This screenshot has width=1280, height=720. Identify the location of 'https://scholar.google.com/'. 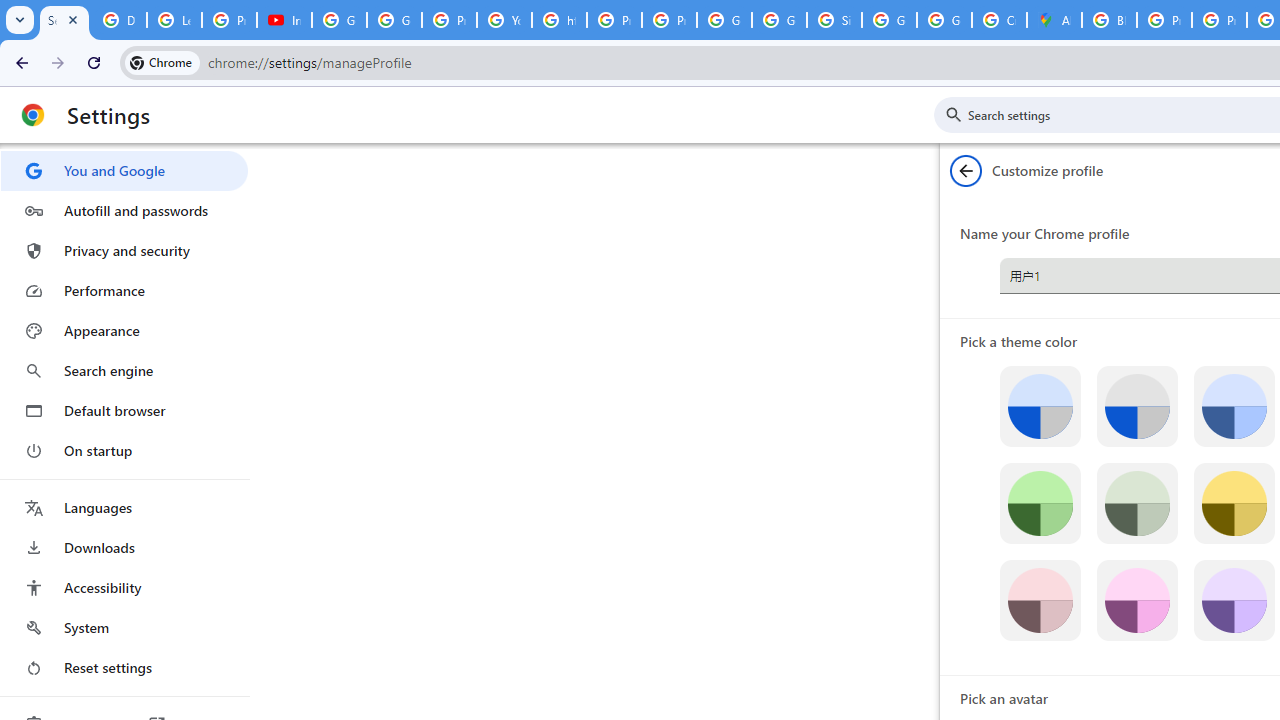
(560, 20).